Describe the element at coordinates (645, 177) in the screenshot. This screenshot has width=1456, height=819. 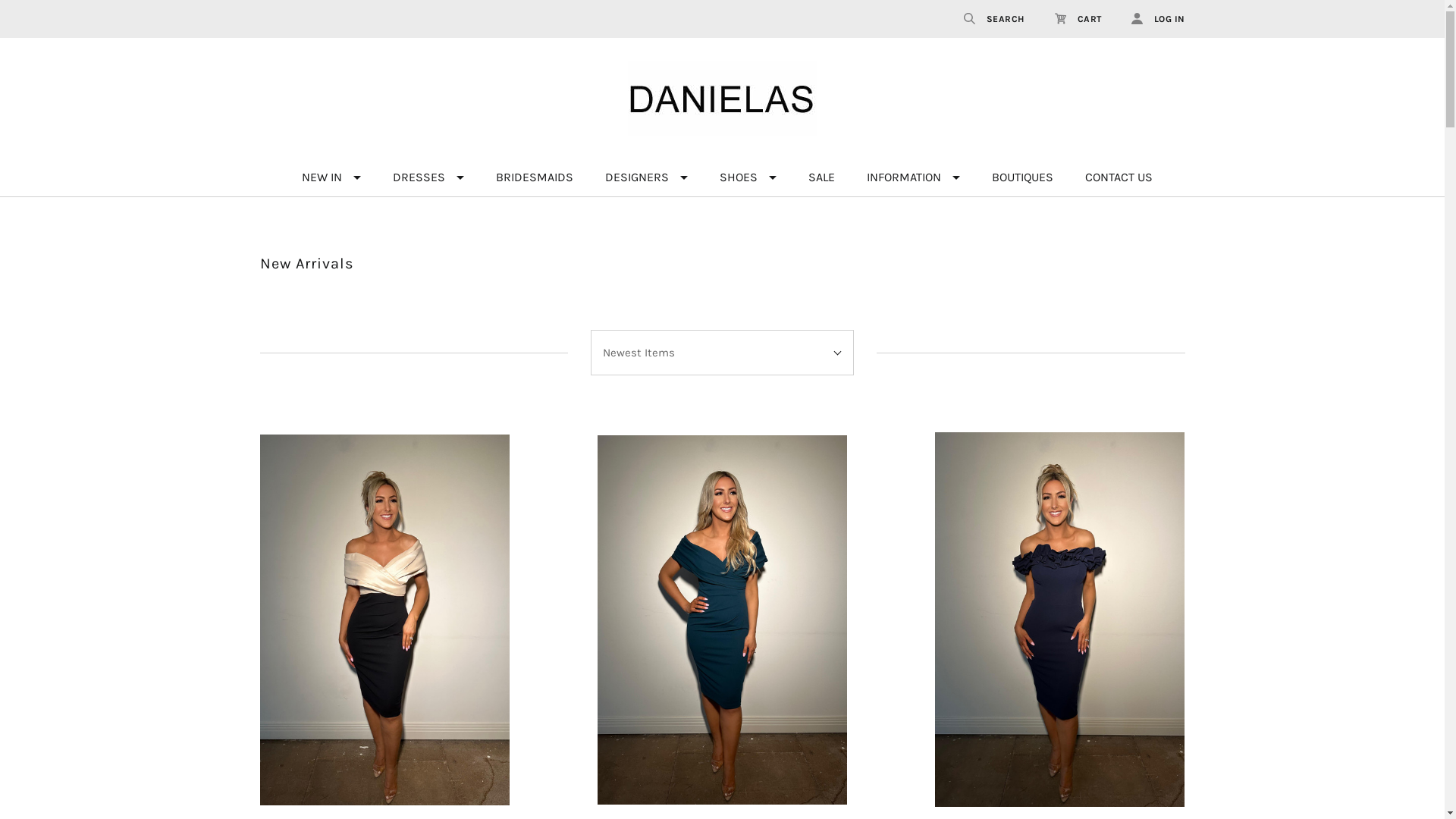
I see `'DESIGNERS'` at that location.